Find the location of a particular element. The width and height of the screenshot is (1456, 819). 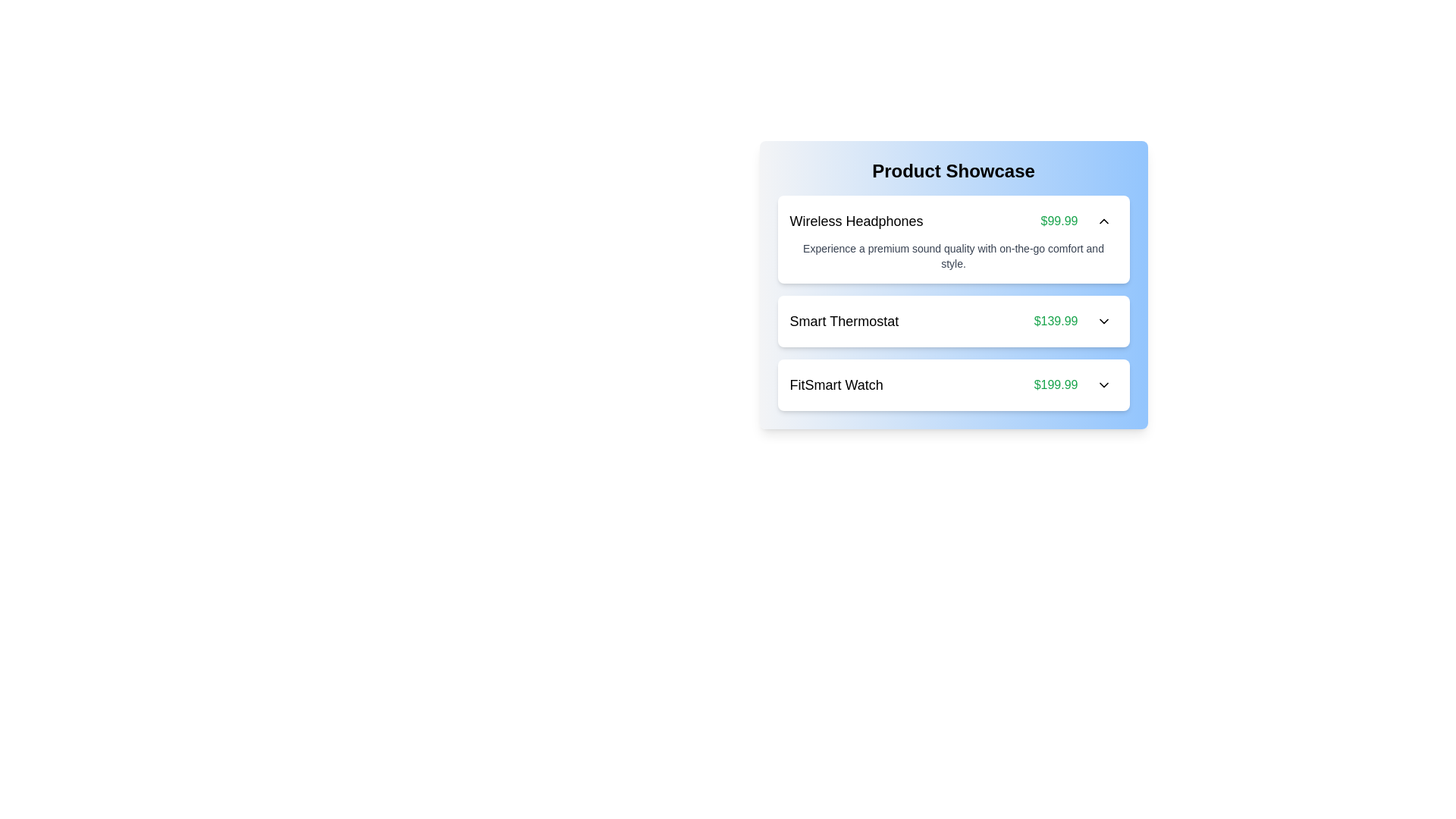

the price of the product Smart Thermostat is located at coordinates (1055, 321).